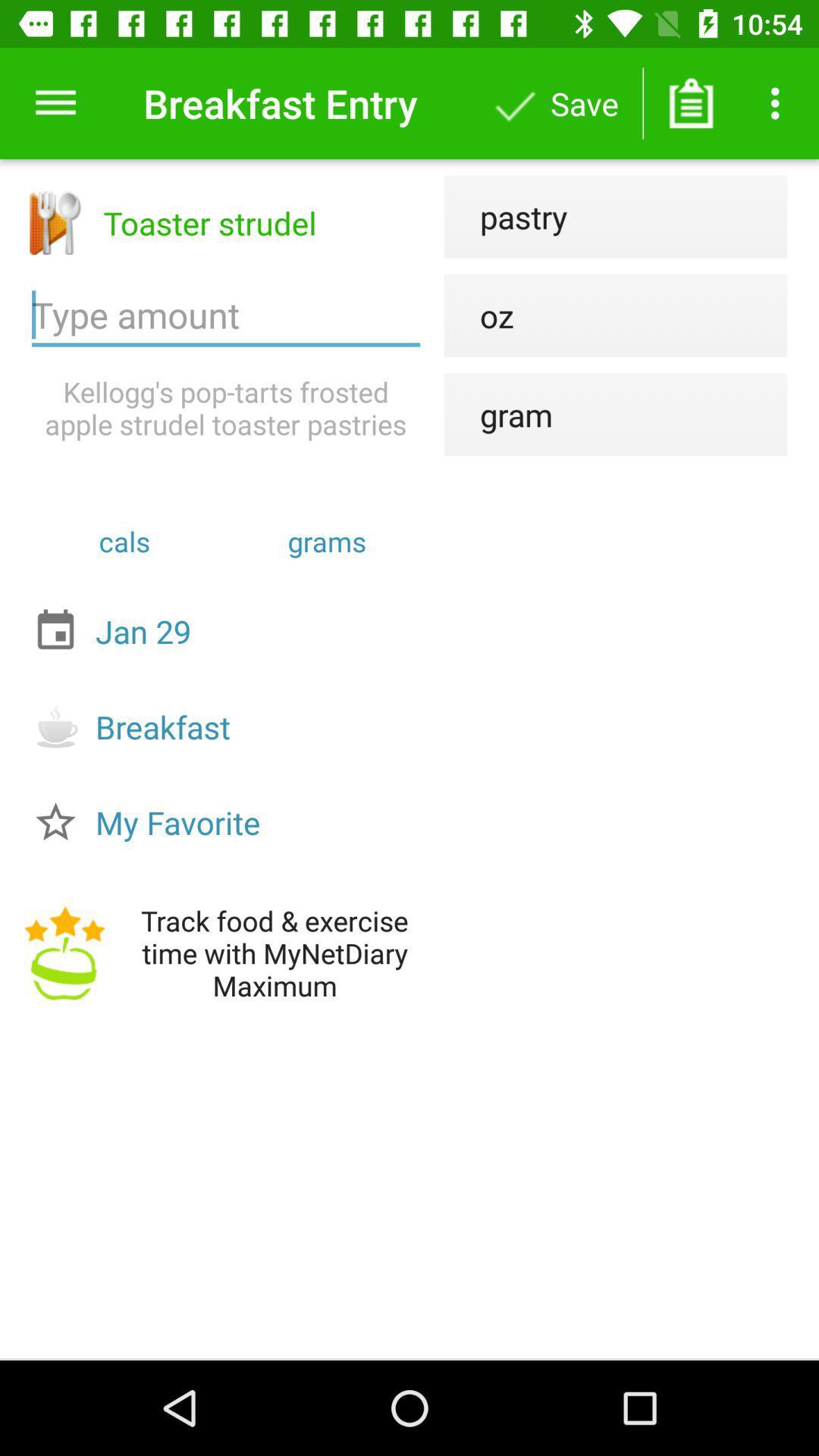 This screenshot has height=1456, width=819. Describe the element at coordinates (230, 631) in the screenshot. I see `jan 29` at that location.